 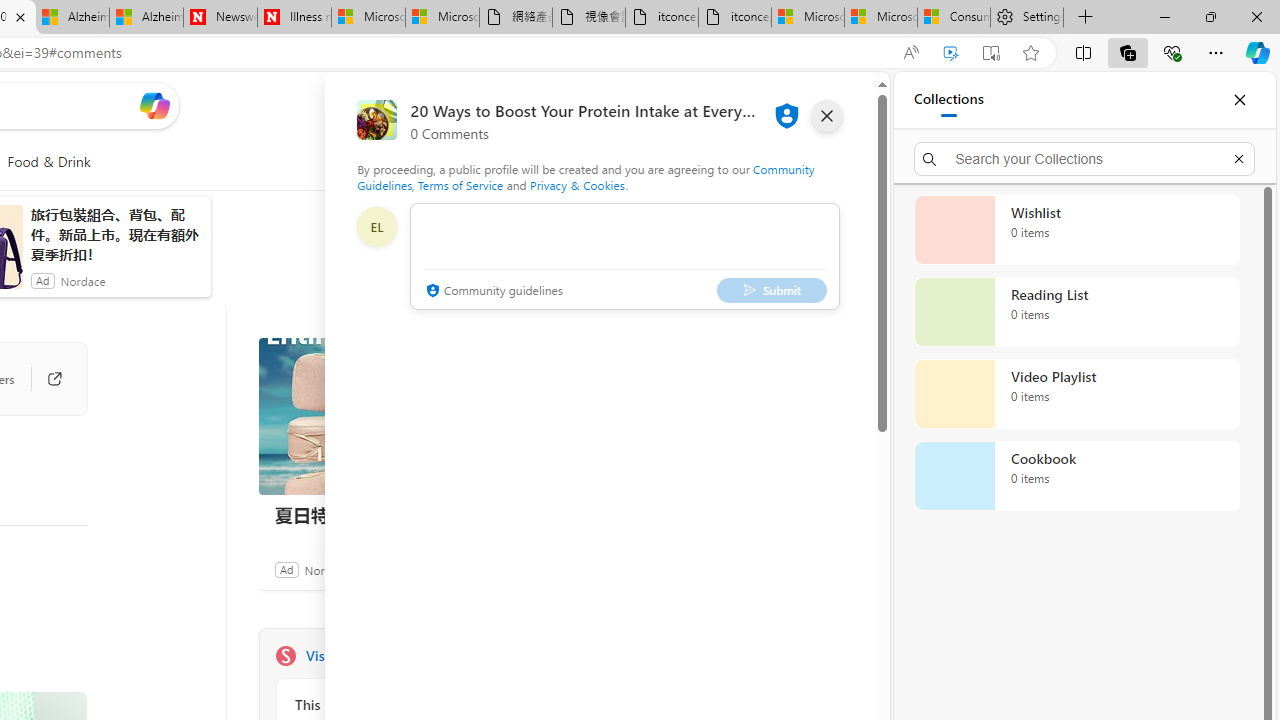 I want to click on 'Newsweek - News, Analysis, Politics, Business, Technology', so click(x=220, y=17).